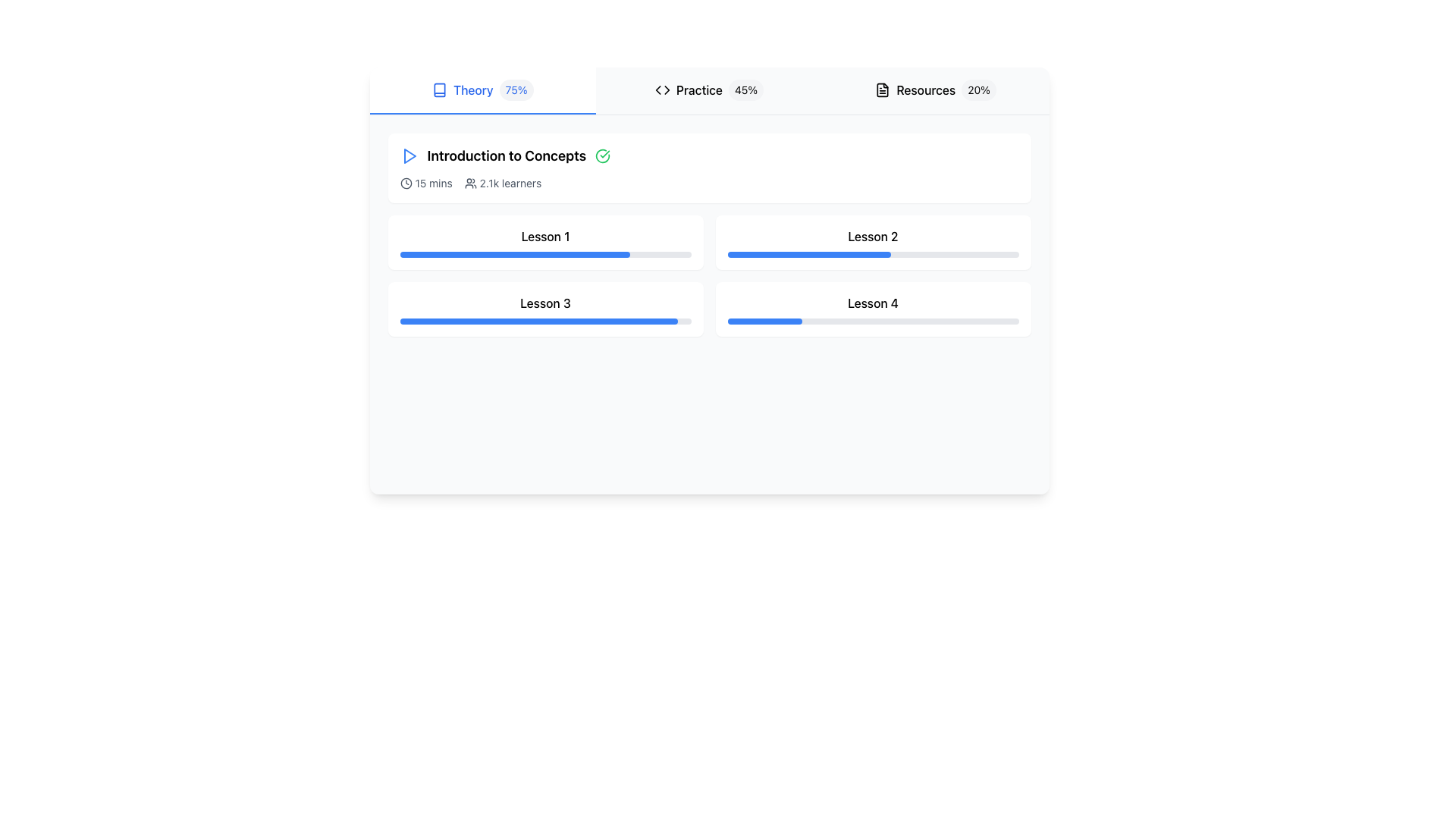 The height and width of the screenshot is (819, 1456). What do you see at coordinates (469, 183) in the screenshot?
I see `the Users icon located in the header row next to the text '2.1k learners', which represents multiple participants or learners` at bounding box center [469, 183].